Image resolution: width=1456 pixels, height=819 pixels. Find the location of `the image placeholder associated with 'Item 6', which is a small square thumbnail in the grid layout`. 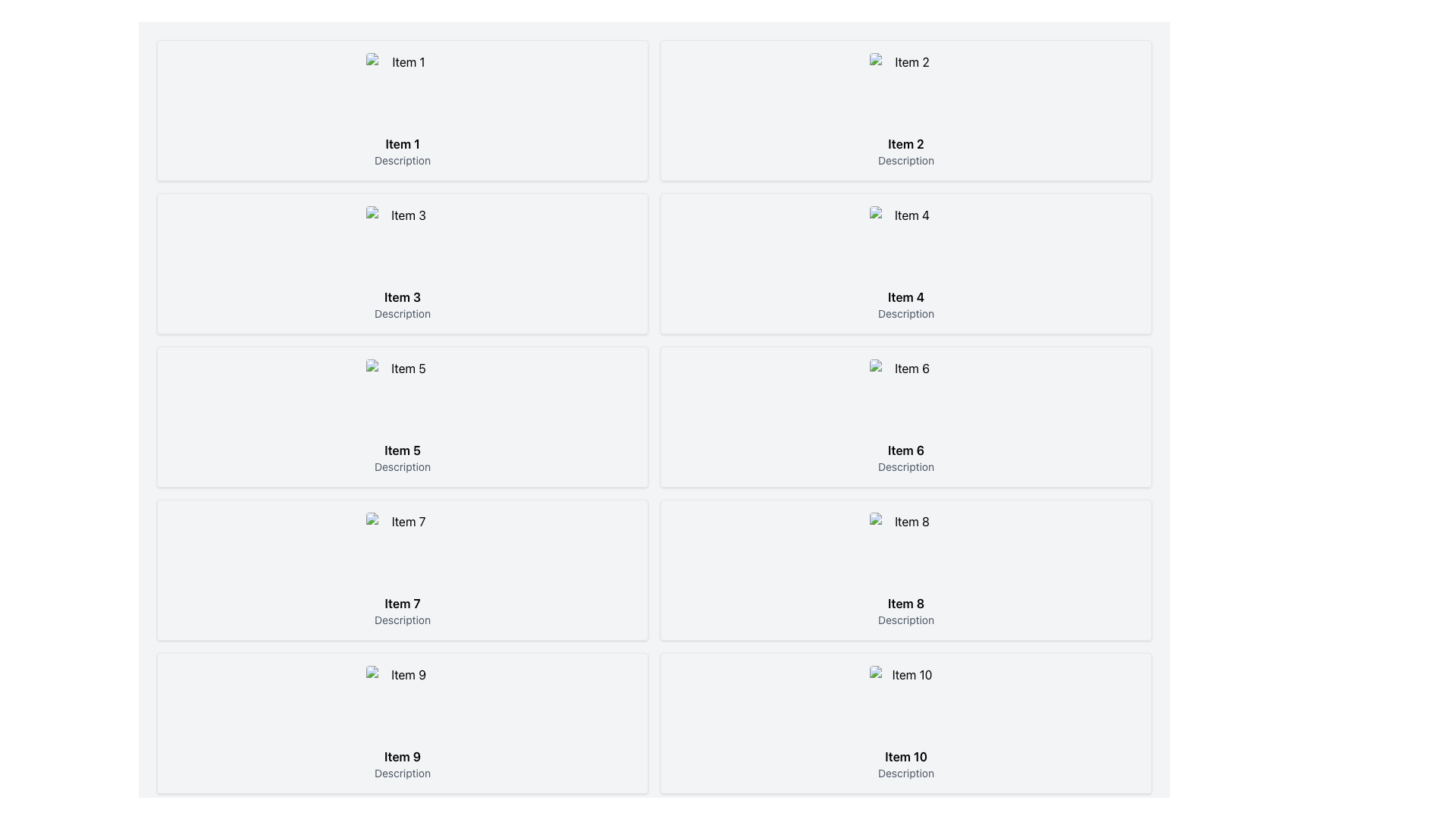

the image placeholder associated with 'Item 6', which is a small square thumbnail in the grid layout is located at coordinates (906, 394).